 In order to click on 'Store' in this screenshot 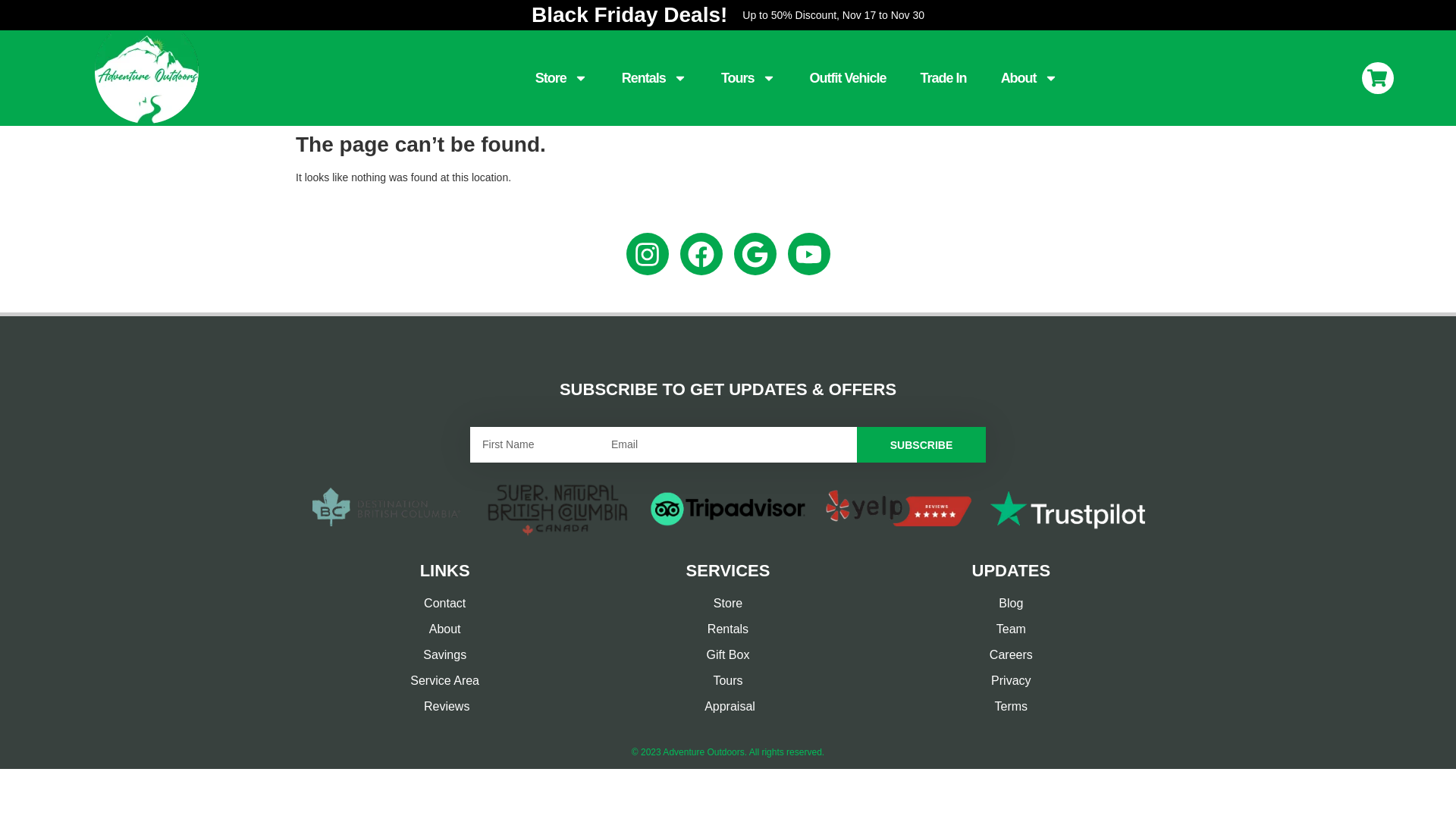, I will do `click(726, 602)`.